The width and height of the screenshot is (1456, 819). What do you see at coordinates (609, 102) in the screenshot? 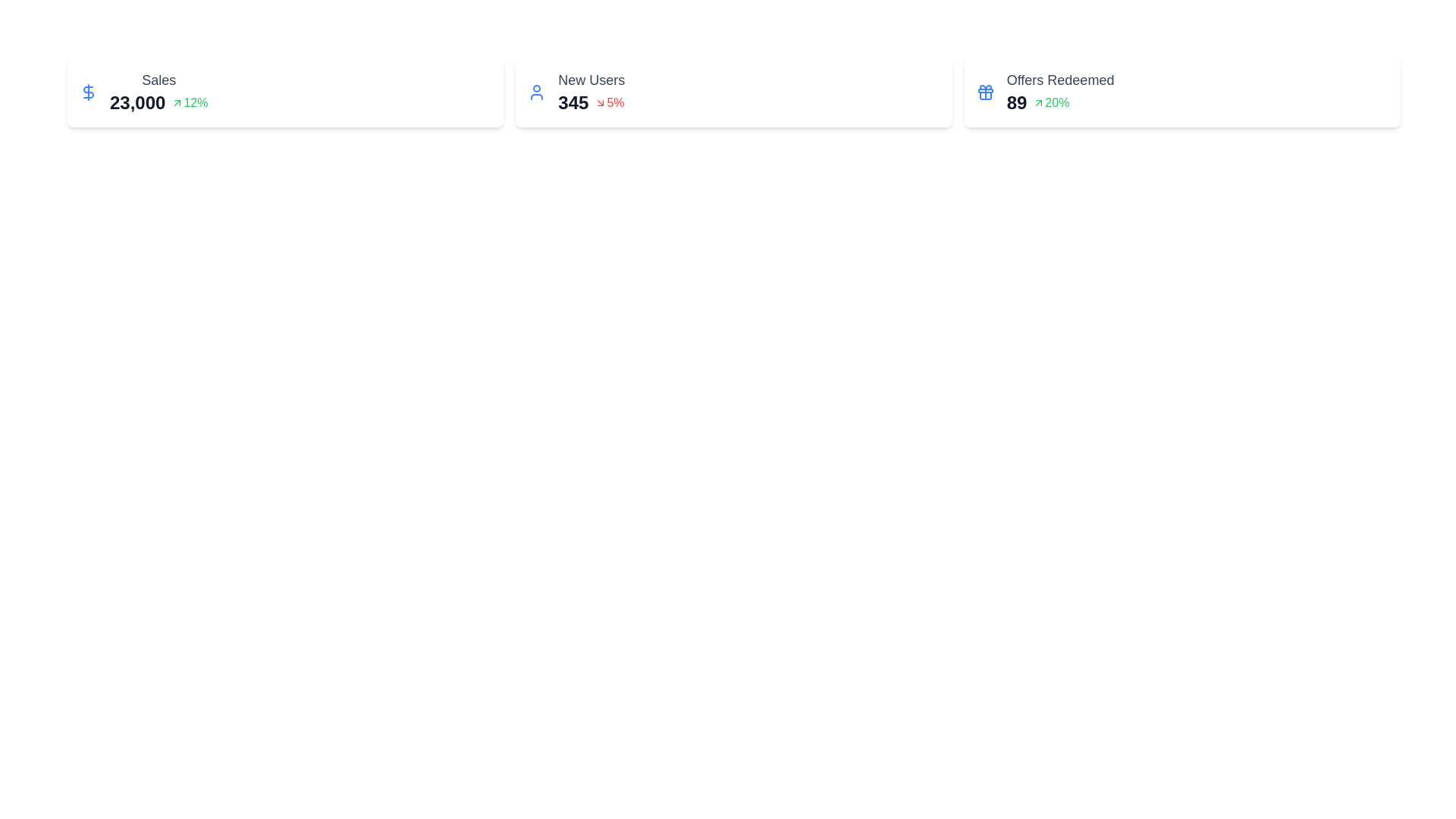
I see `the Text with Icon that indicates a downward percentage change in the 'New Users' section` at bounding box center [609, 102].